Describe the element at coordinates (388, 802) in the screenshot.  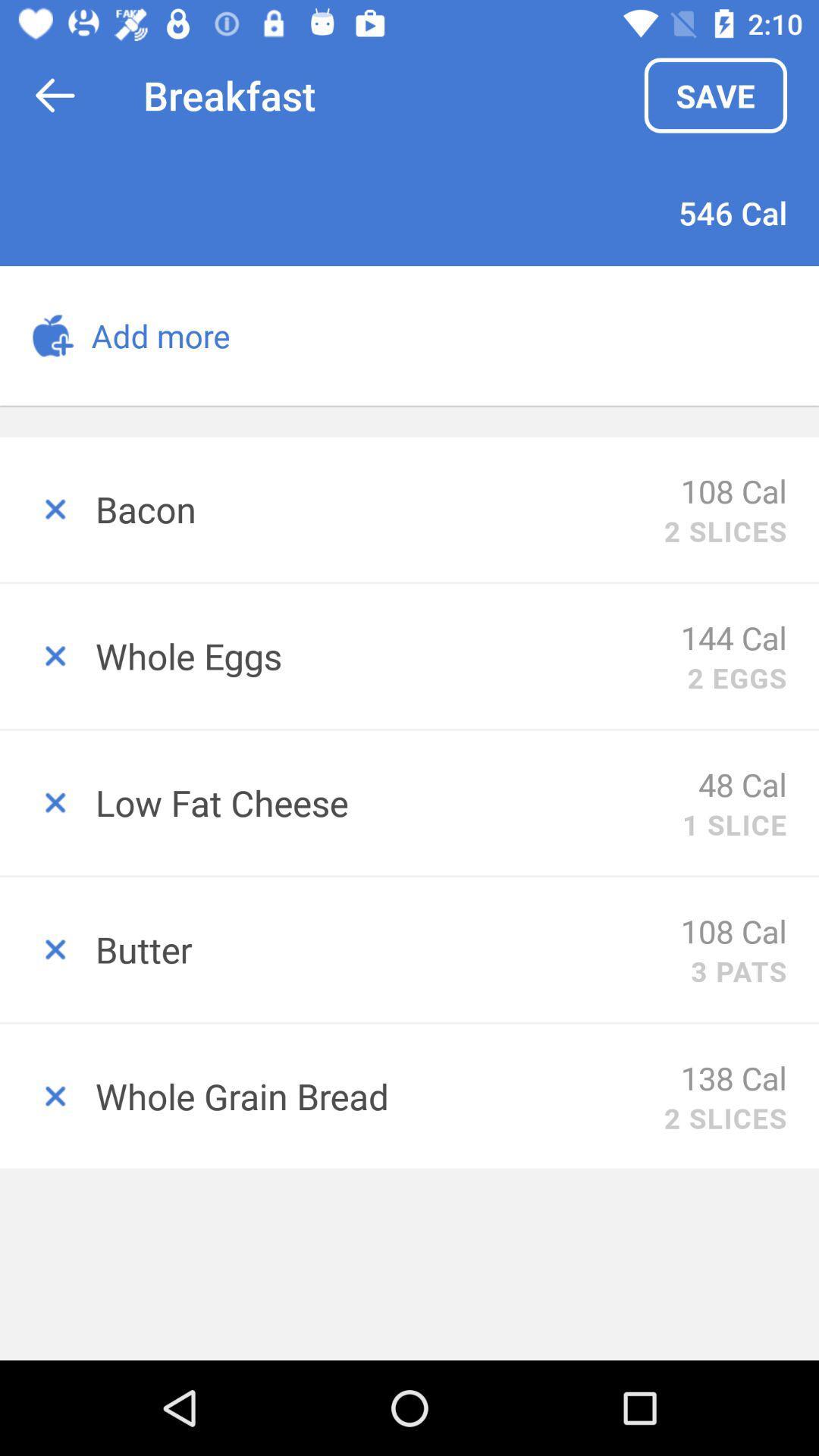
I see `the low fat cheese` at that location.